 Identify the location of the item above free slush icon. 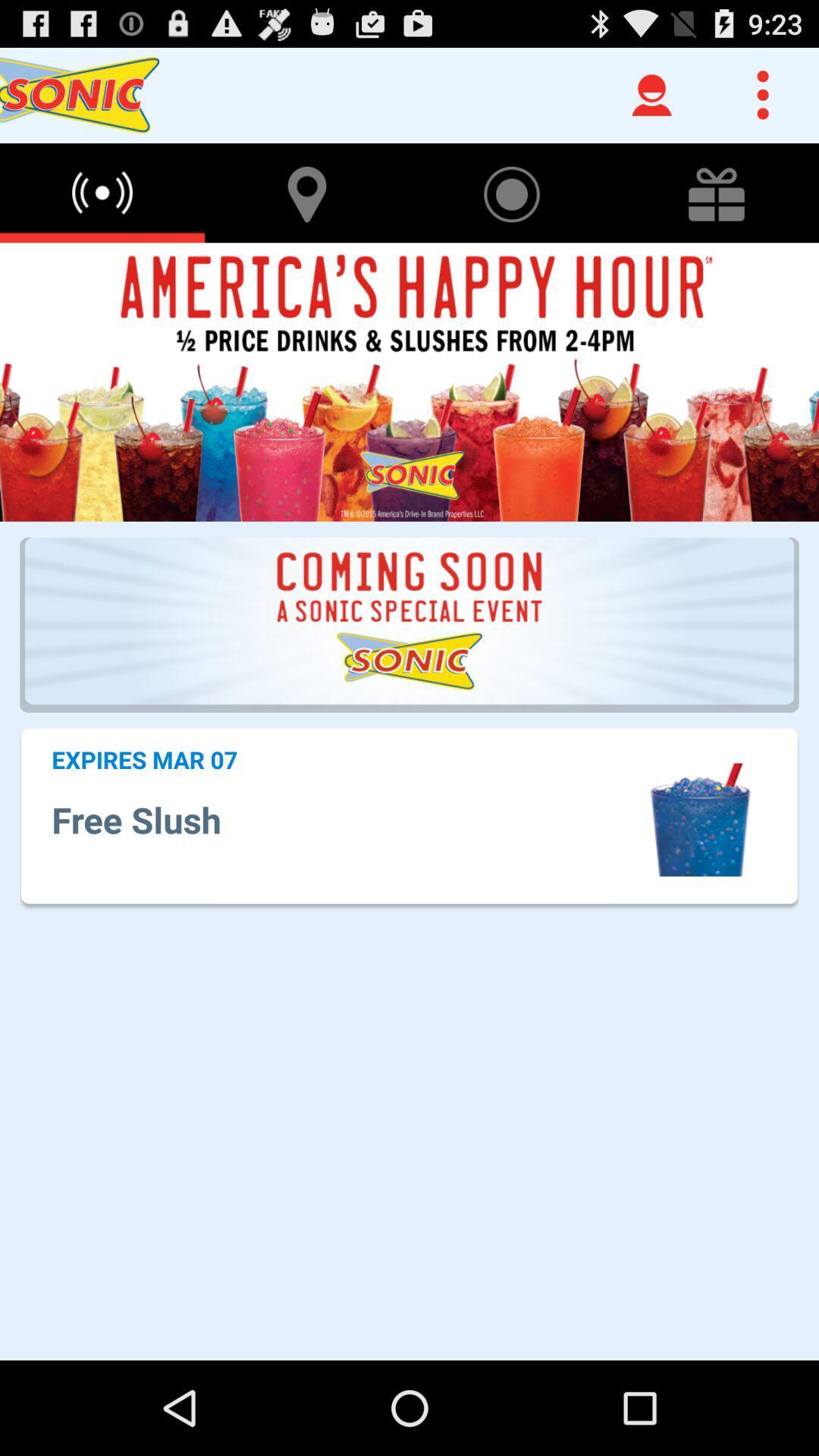
(144, 759).